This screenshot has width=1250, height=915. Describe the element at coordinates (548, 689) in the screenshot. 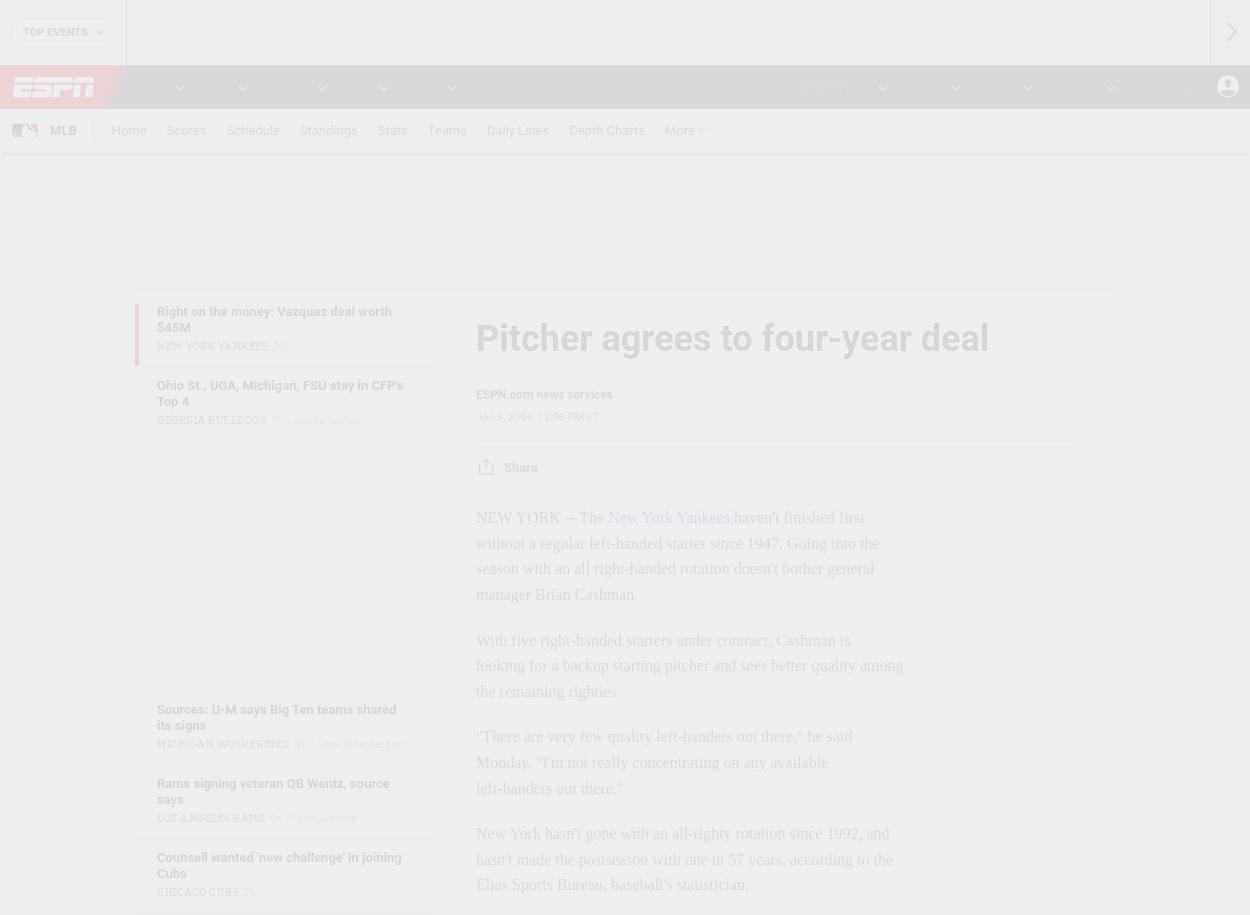

I see `'the remaining righties.'` at that location.